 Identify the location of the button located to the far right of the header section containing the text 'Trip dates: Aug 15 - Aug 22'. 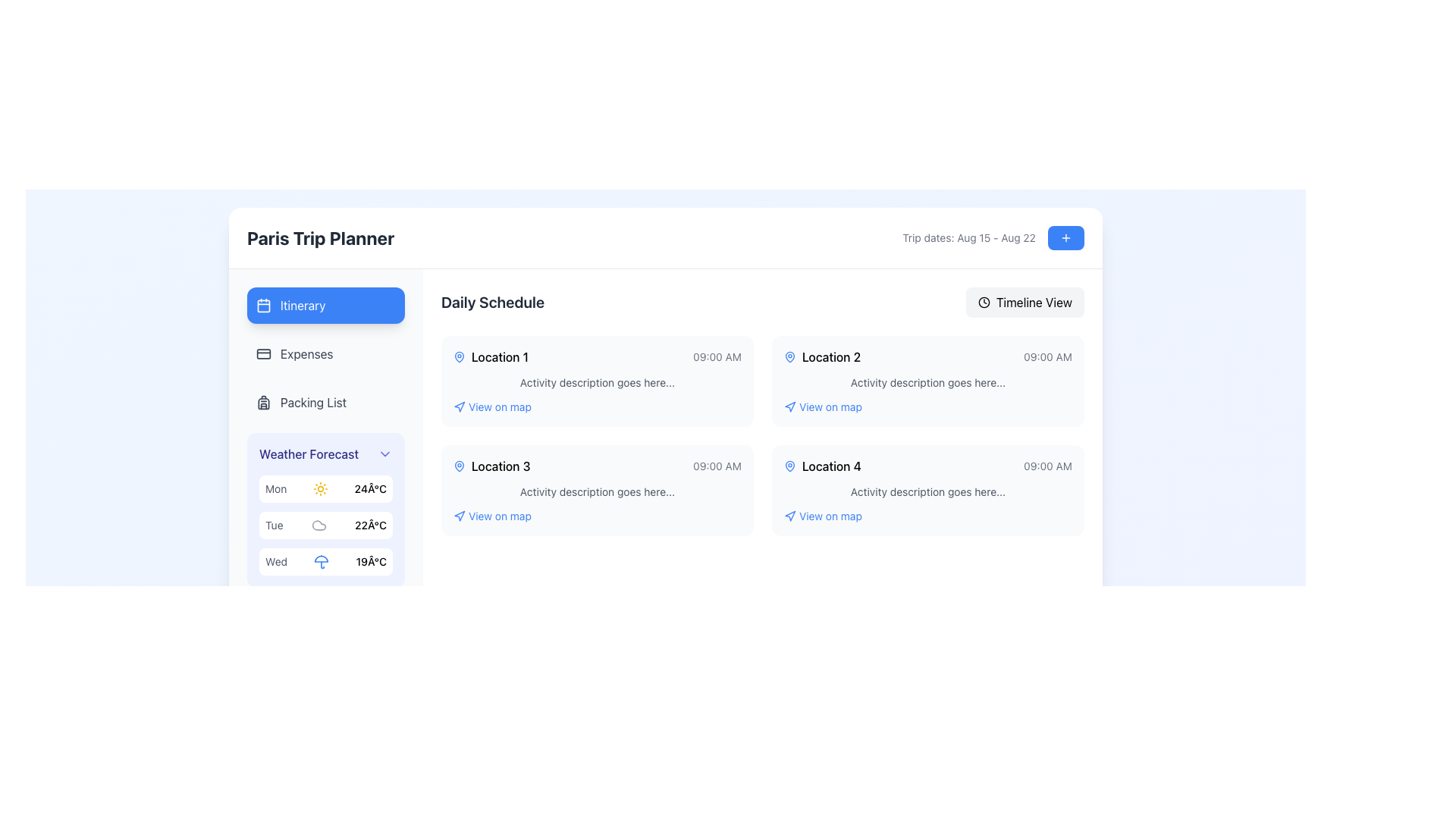
(1065, 237).